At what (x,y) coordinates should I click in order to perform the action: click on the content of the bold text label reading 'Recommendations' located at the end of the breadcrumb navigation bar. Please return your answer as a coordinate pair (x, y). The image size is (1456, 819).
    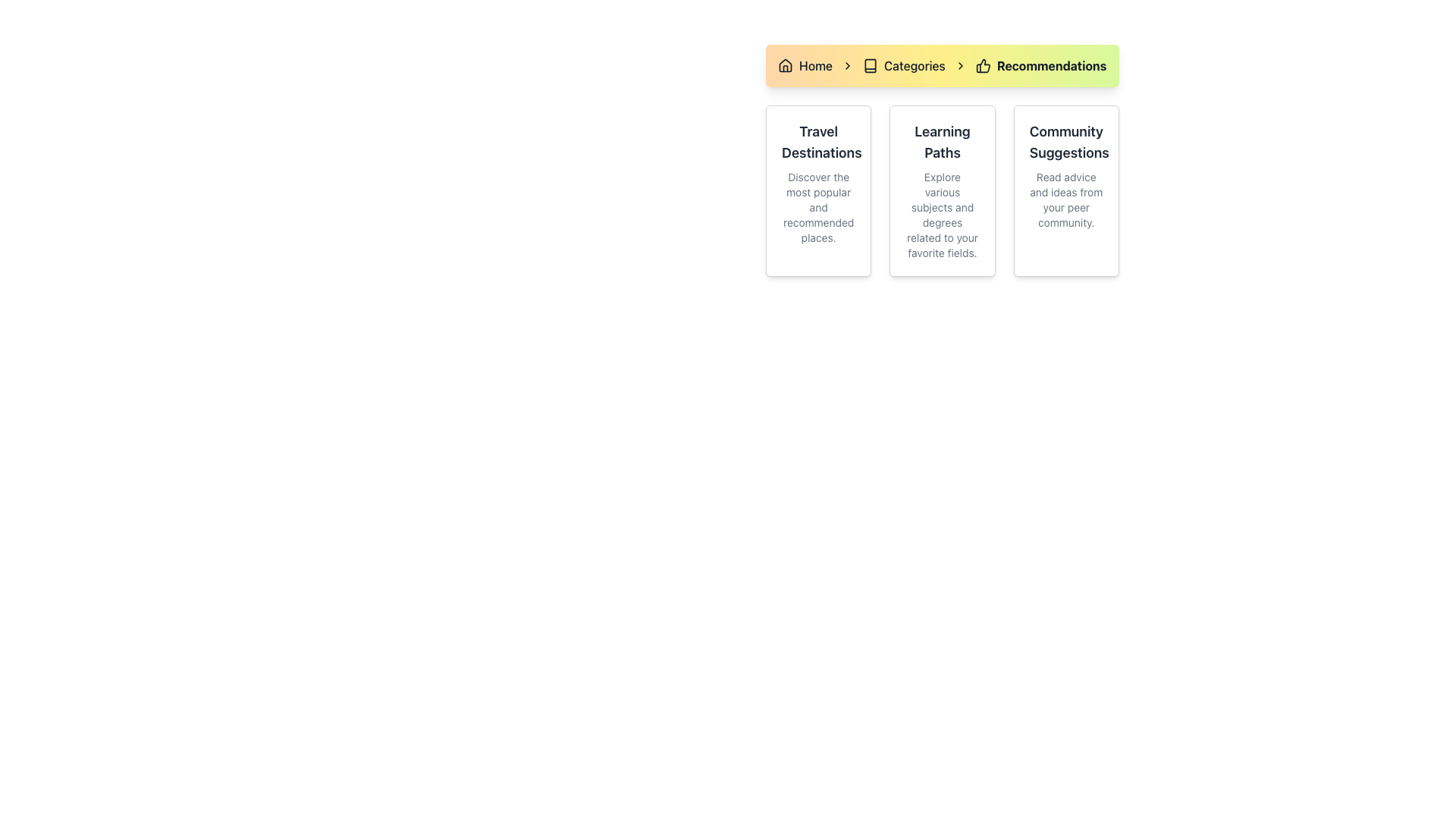
    Looking at the image, I should click on (1051, 65).